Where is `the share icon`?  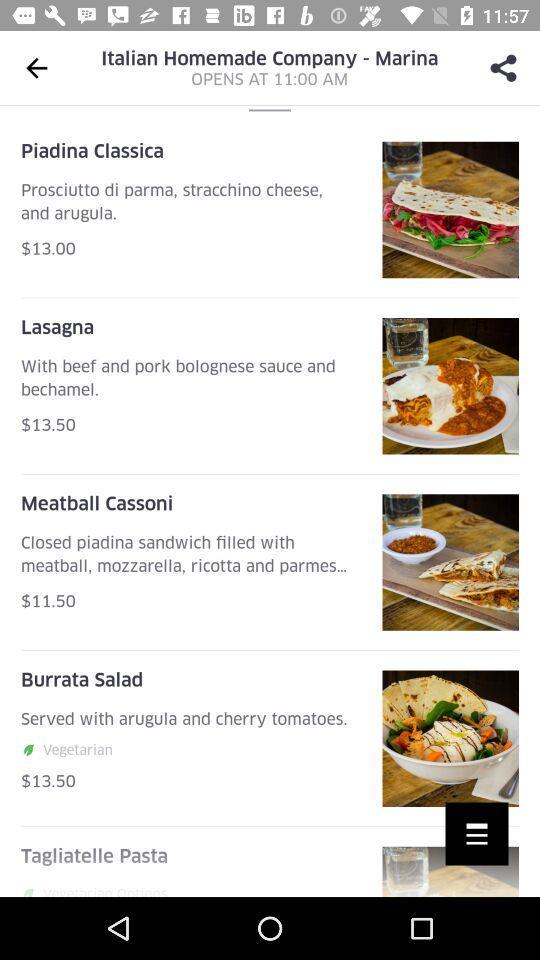 the share icon is located at coordinates (502, 68).